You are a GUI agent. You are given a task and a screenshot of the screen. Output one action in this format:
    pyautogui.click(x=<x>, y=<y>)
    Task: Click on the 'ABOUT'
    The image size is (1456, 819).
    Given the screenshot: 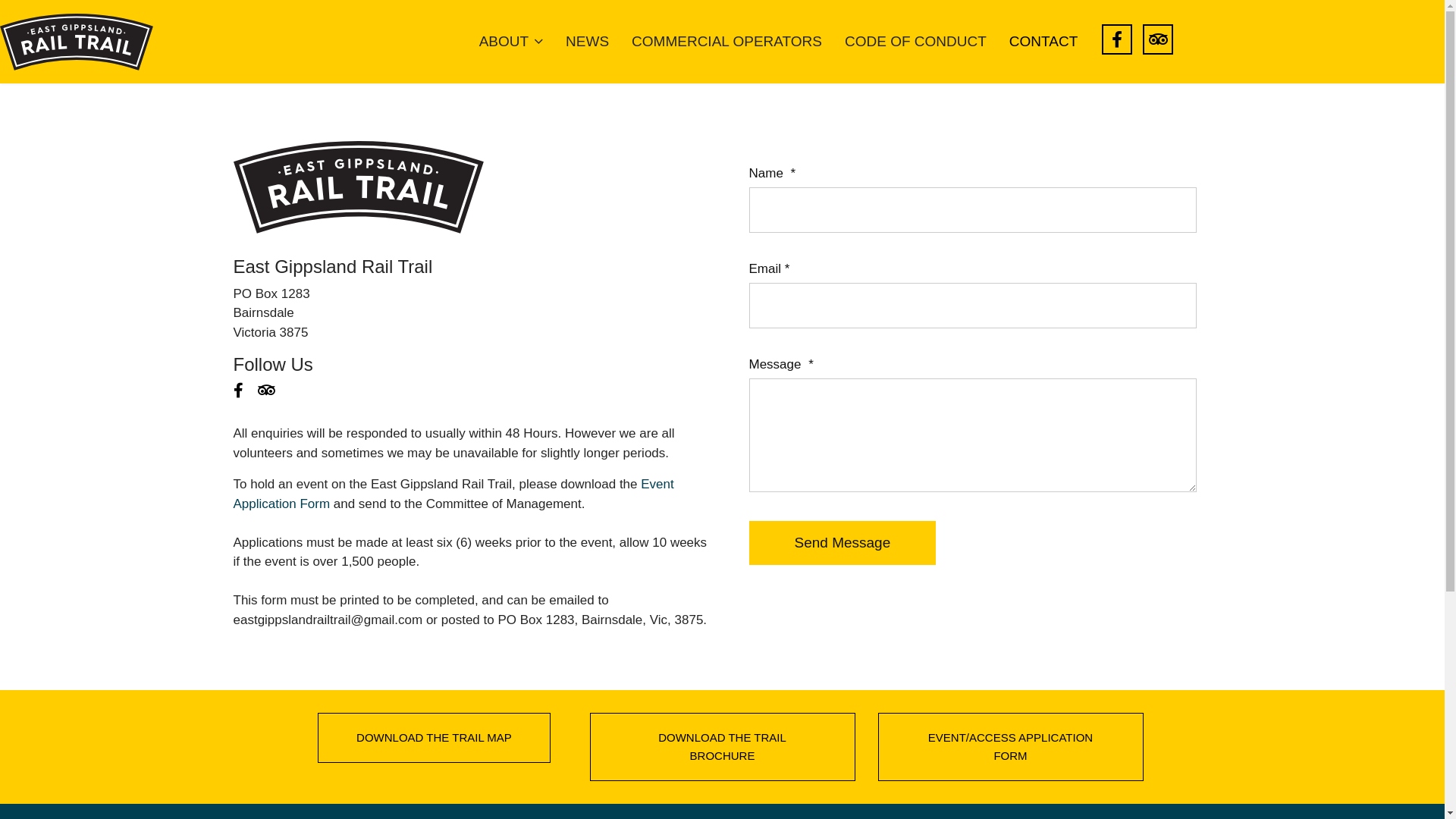 What is the action you would take?
    pyautogui.click(x=510, y=40)
    